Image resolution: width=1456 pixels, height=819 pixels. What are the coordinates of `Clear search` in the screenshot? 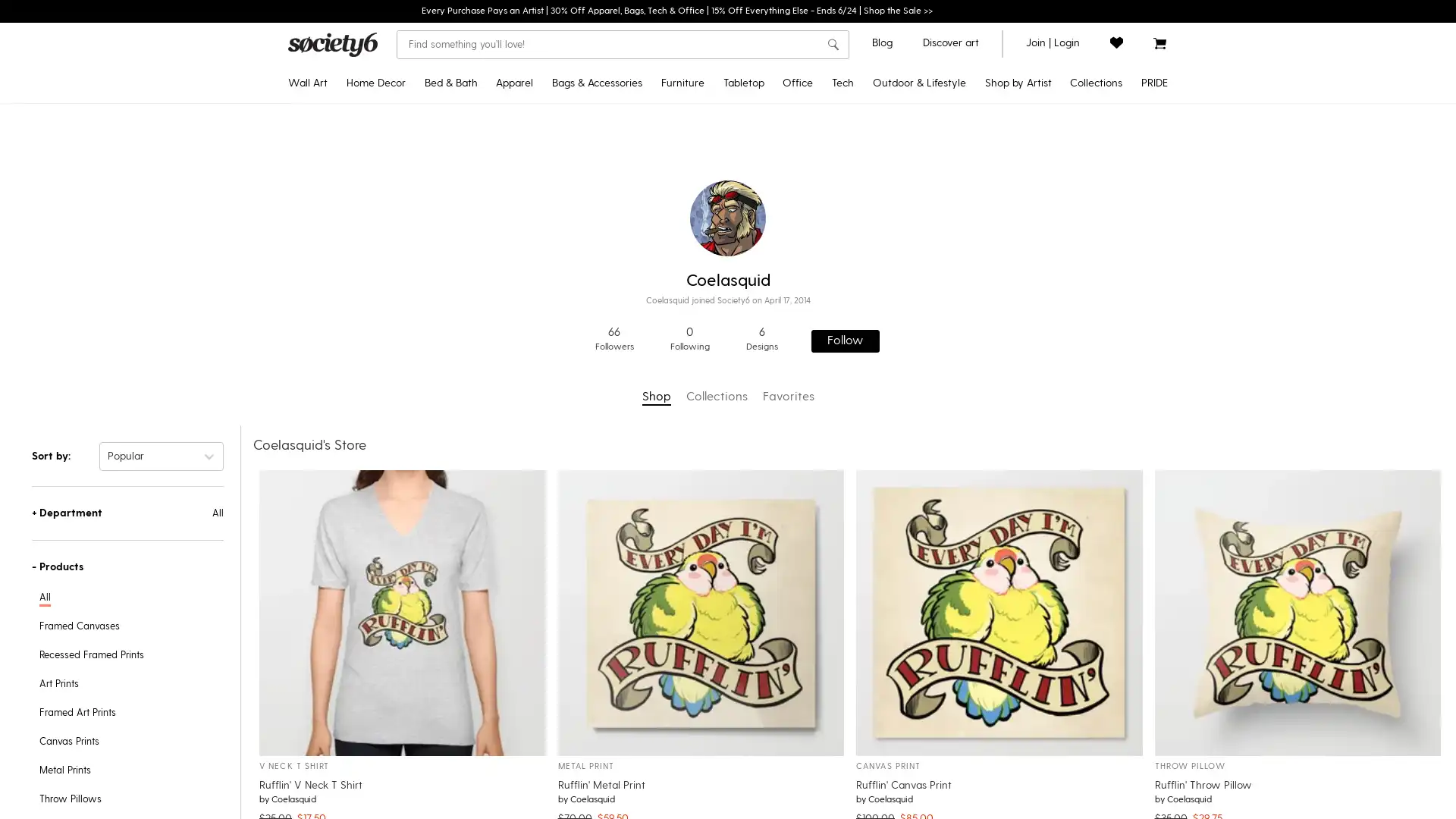 It's located at (811, 43).